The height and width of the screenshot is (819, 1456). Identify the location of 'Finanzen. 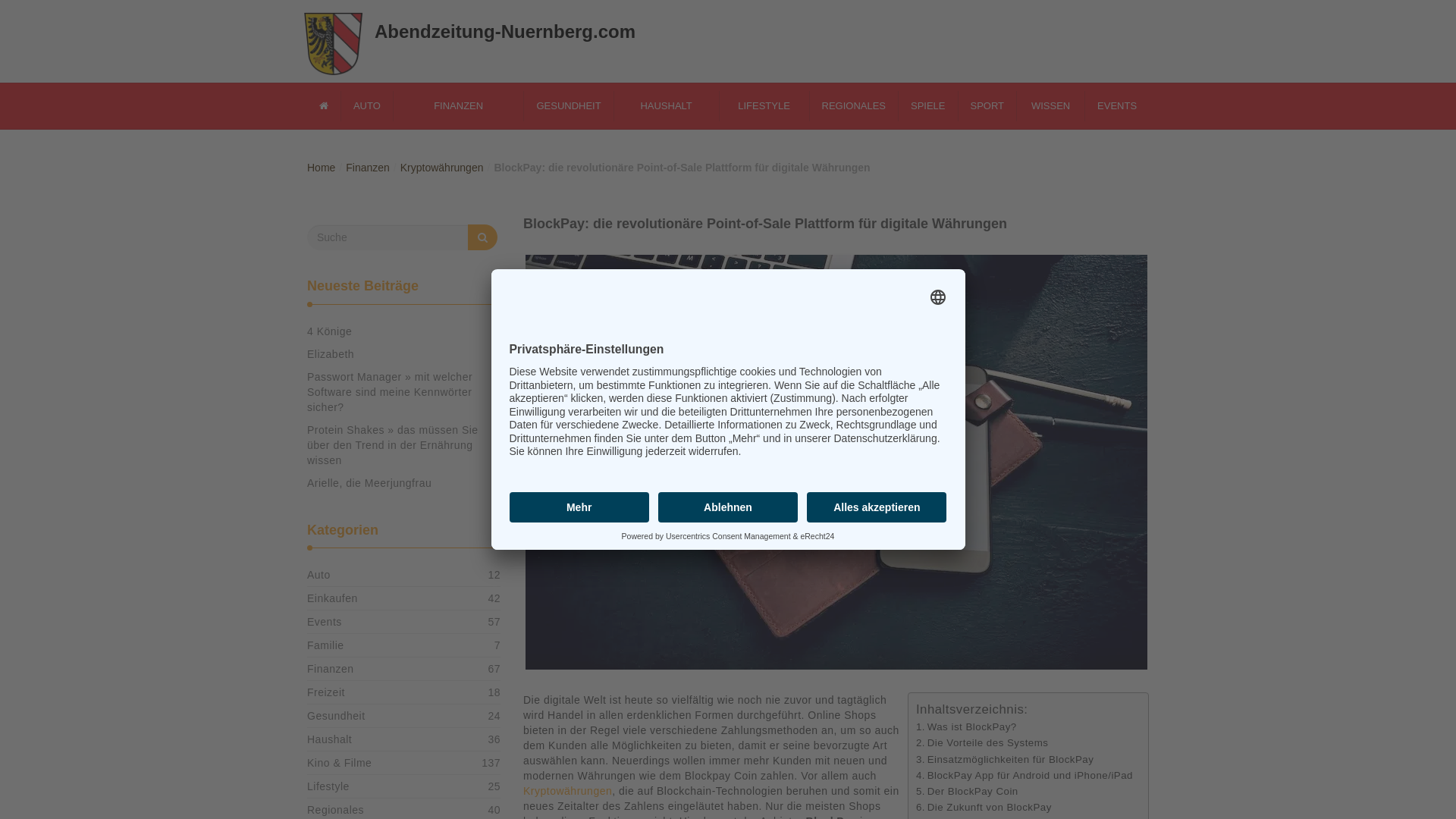
(306, 668).